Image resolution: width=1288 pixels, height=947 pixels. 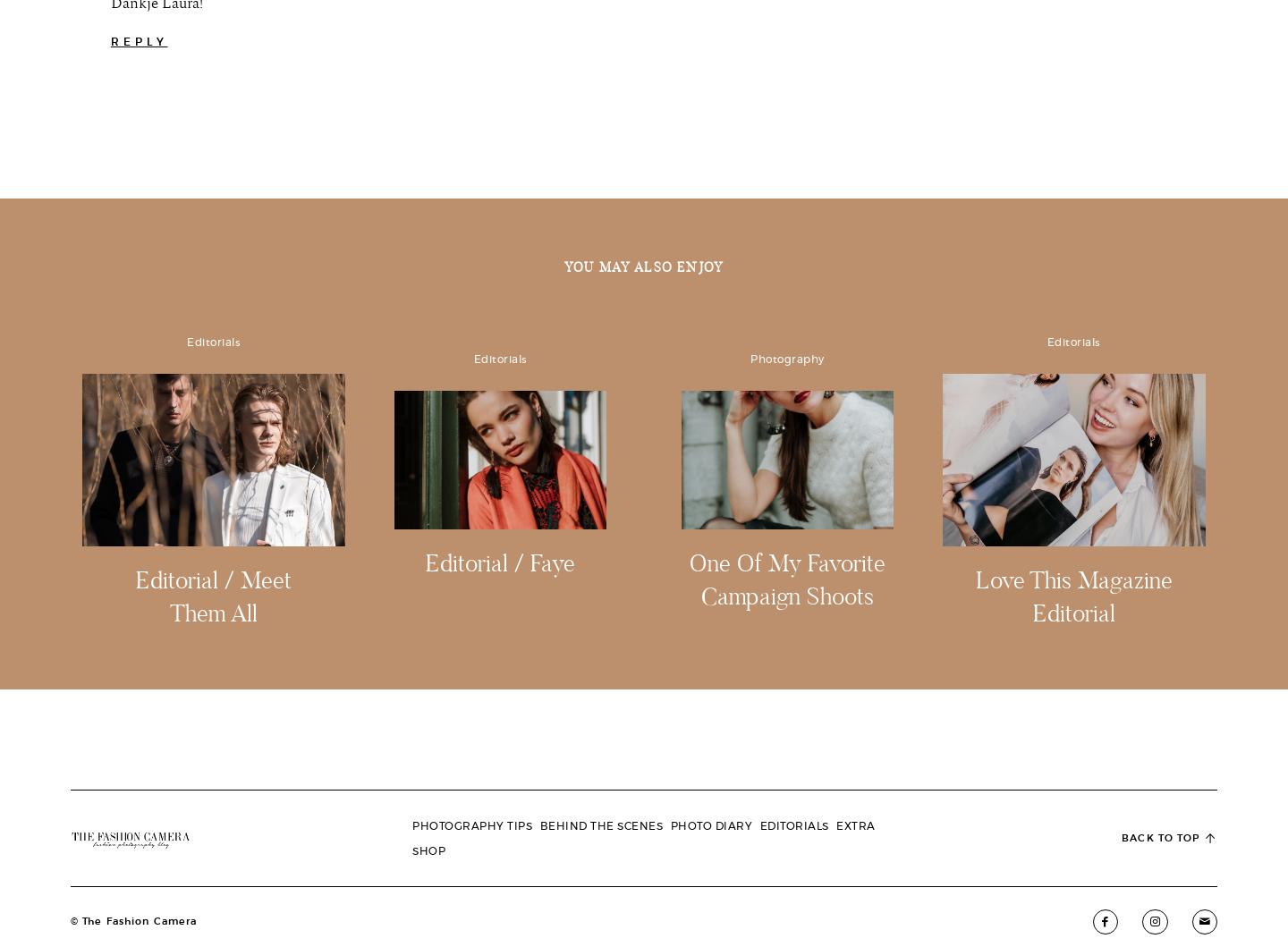 What do you see at coordinates (428, 577) in the screenshot?
I see `'Shop'` at bounding box center [428, 577].